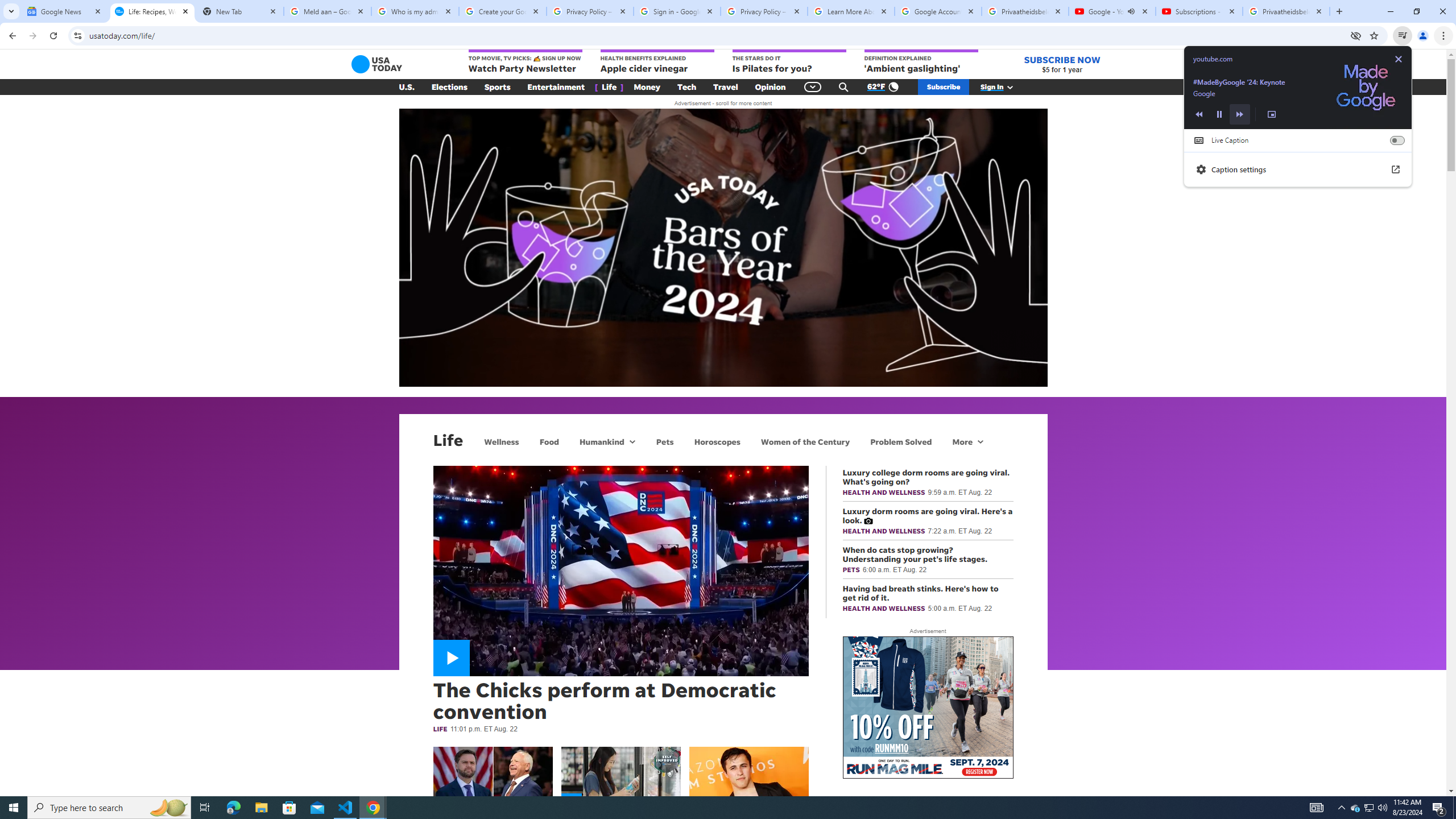 The image size is (1456, 819). I want to click on 'THE STARS DO IT Is Pilates for you?', so click(788, 61).